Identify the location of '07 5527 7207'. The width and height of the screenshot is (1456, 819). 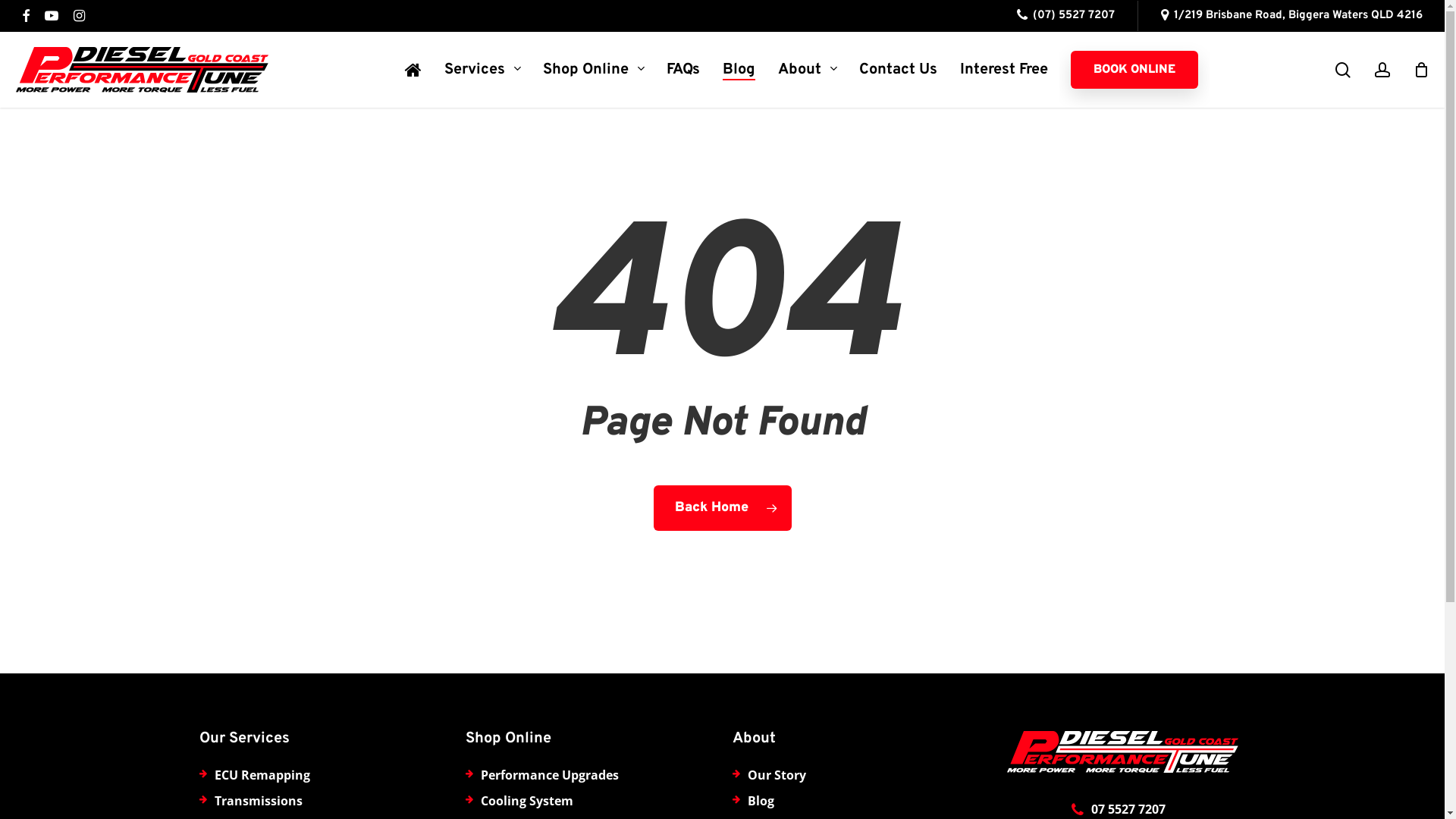
(1128, 808).